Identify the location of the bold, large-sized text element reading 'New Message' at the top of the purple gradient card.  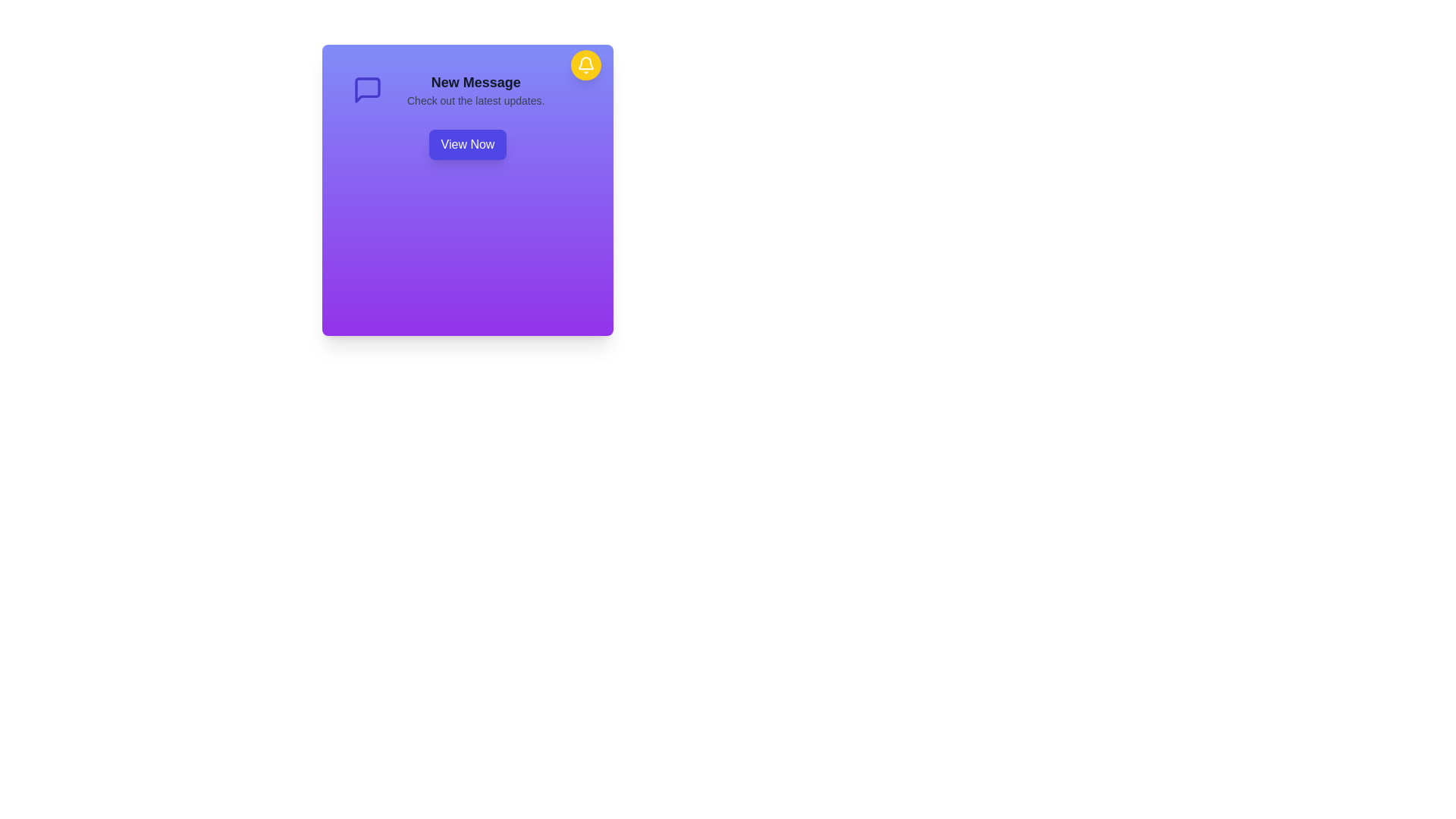
(475, 82).